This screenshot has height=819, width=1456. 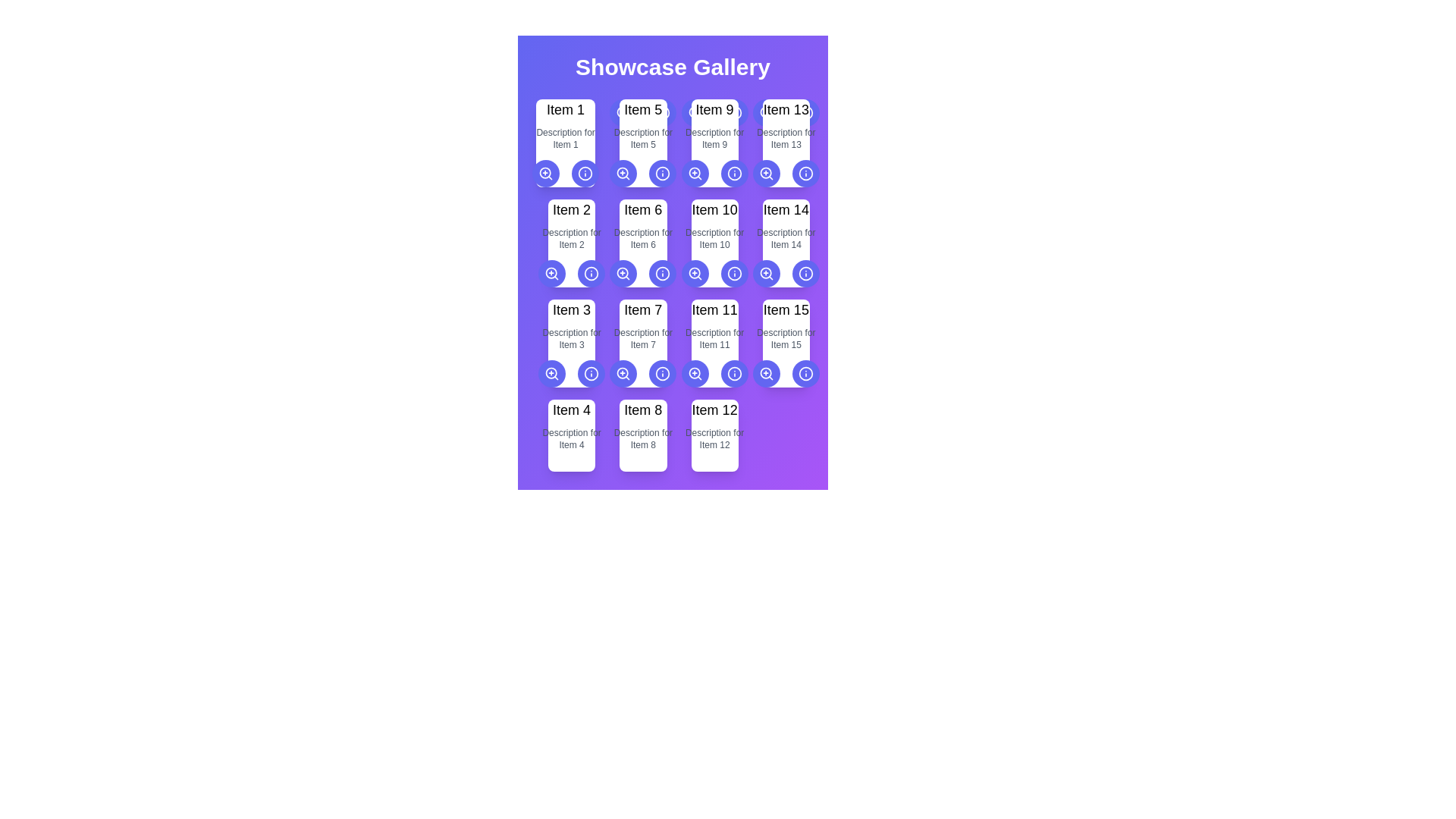 What do you see at coordinates (734, 172) in the screenshot?
I see `the circular interactive button associated with 'Item 9' located in the fourth column of the first row in the grid layout` at bounding box center [734, 172].